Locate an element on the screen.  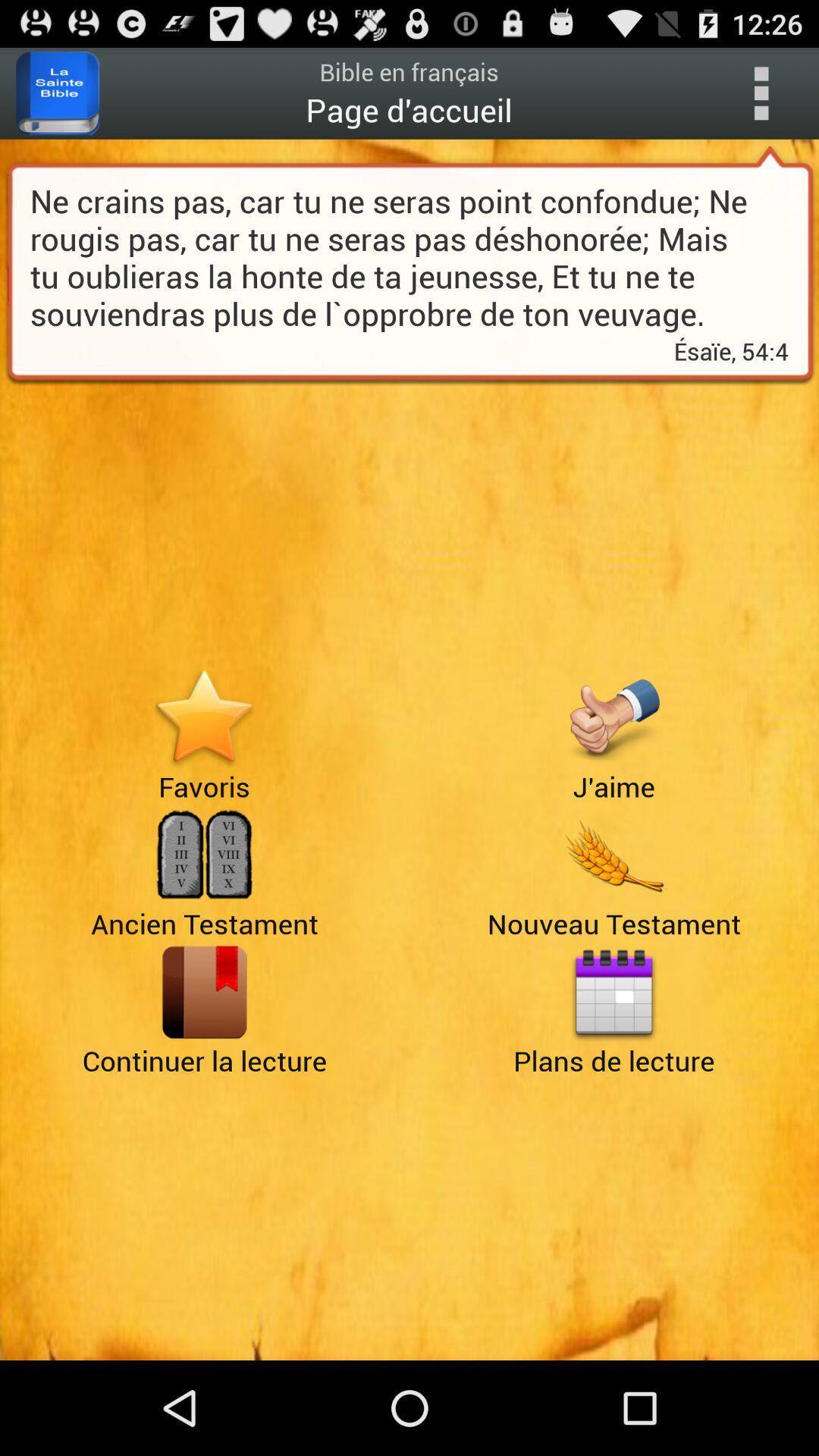
the date_range icon is located at coordinates (613, 1061).